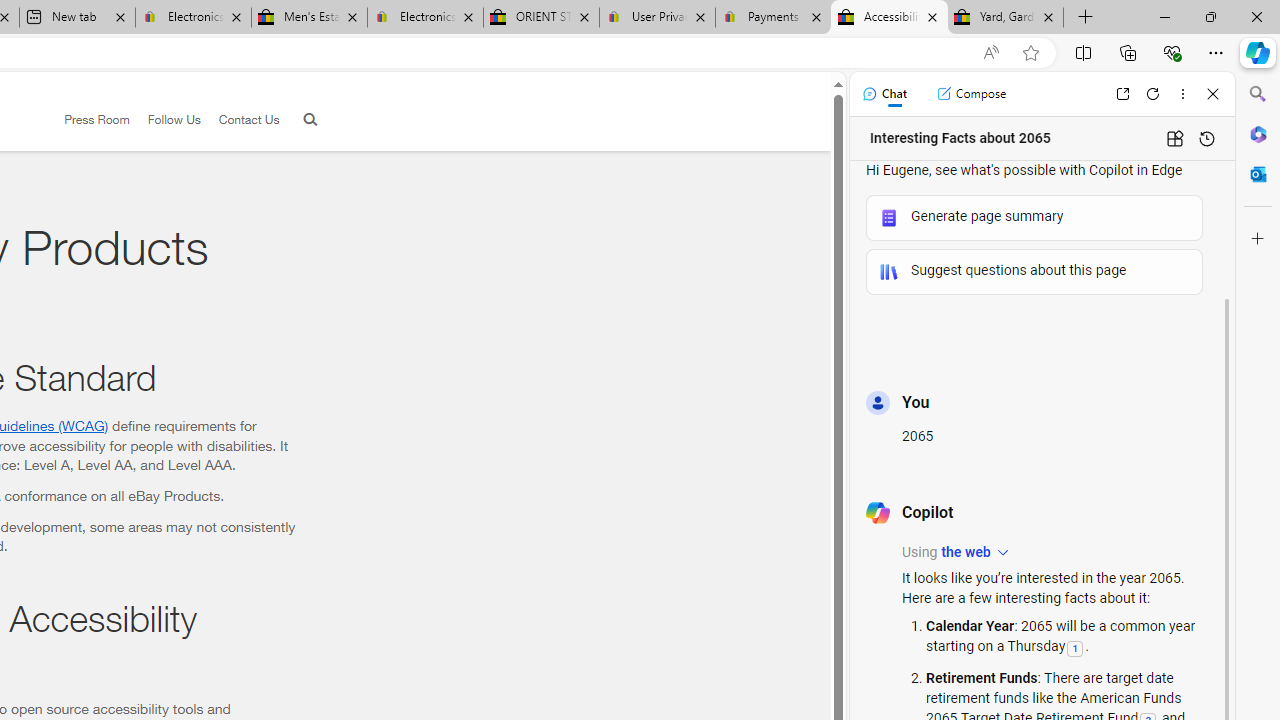 This screenshot has height=720, width=1280. Describe the element at coordinates (971, 93) in the screenshot. I see `'Compose'` at that location.